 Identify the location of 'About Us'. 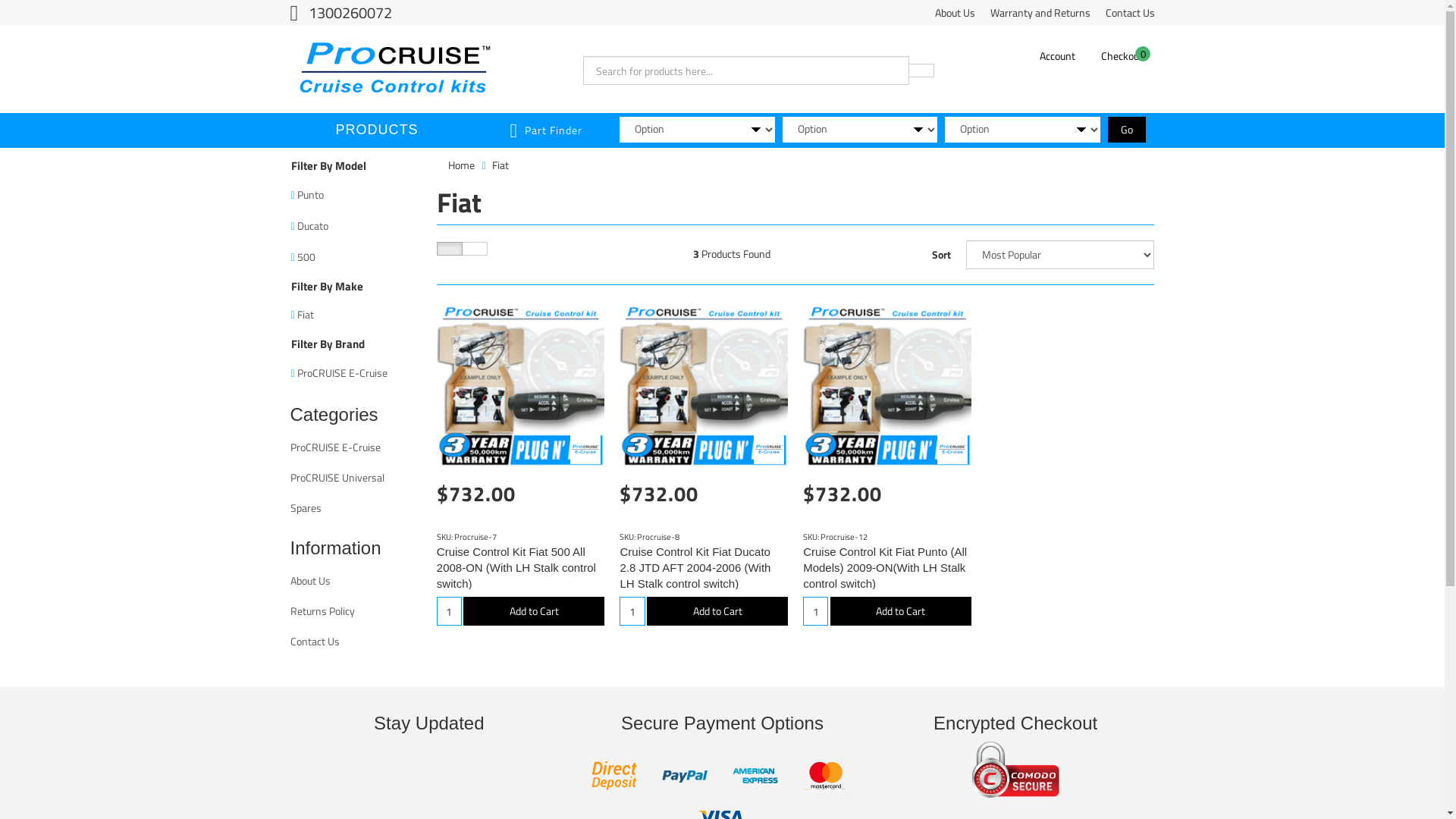
(934, 12).